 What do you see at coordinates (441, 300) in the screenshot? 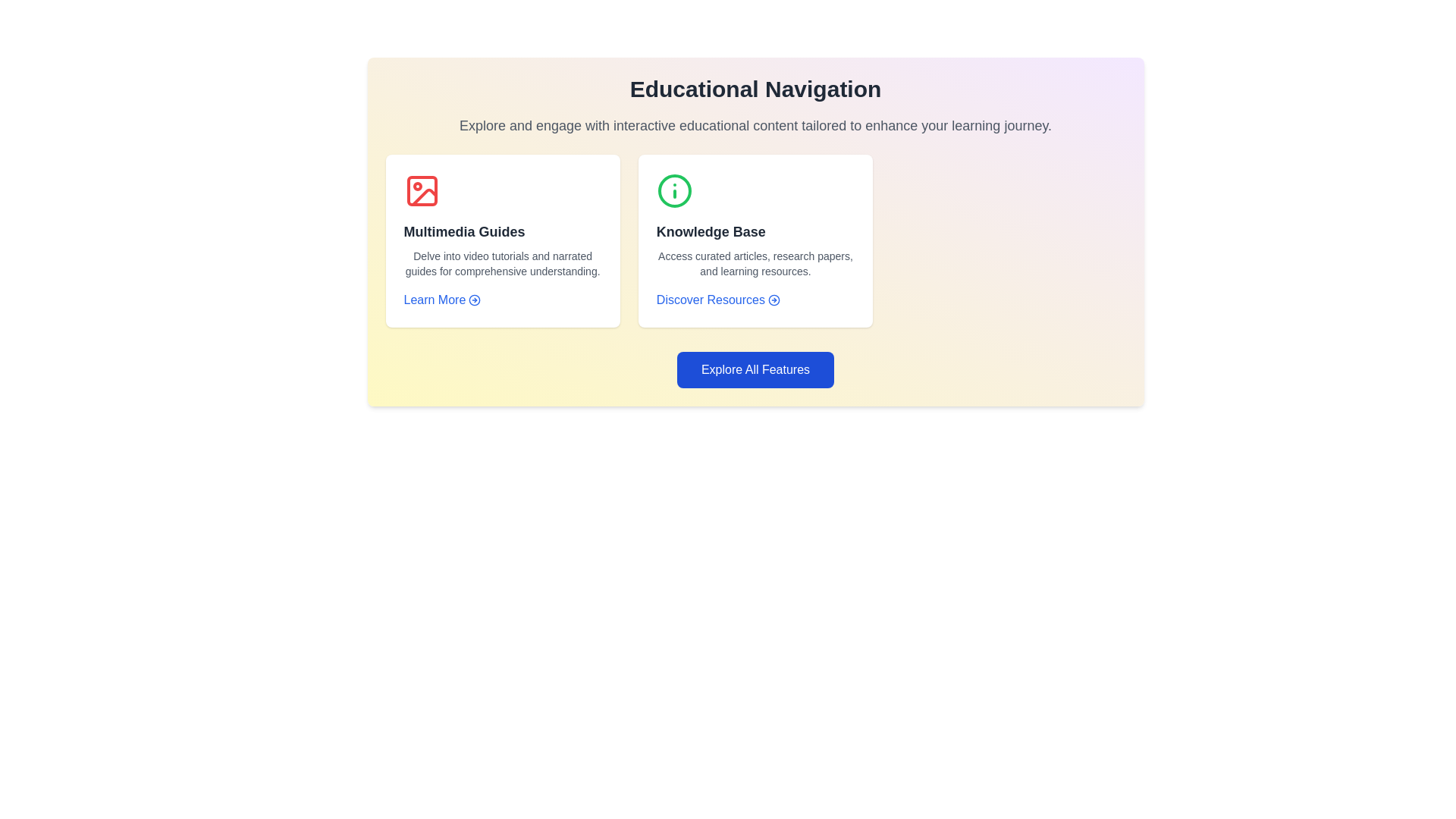
I see `the hyperlink with text and icon located at the bottom of the 'Multimedia Guides' card` at bounding box center [441, 300].